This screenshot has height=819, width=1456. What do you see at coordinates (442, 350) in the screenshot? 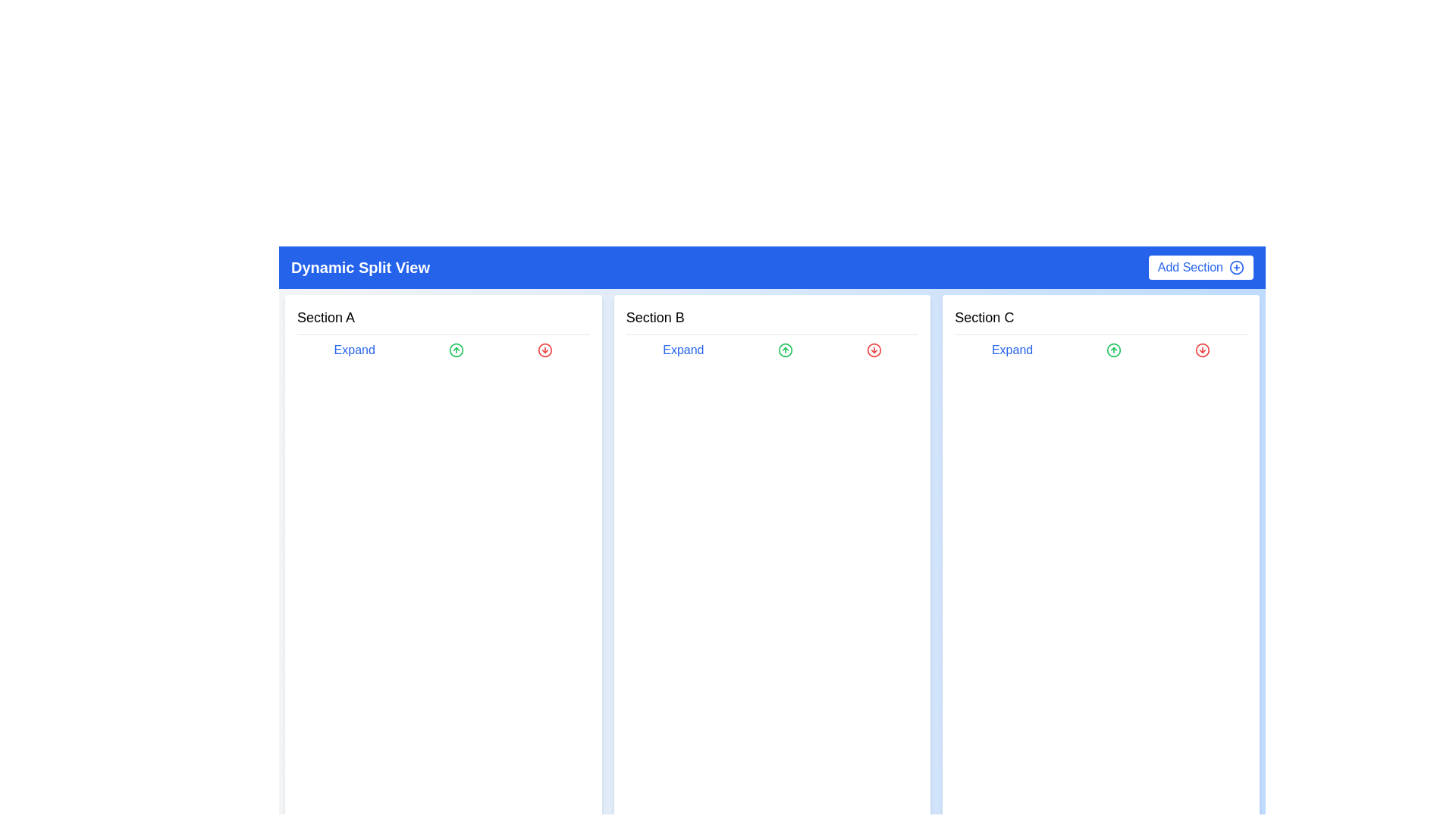
I see `the upward green arrow icon on the right side of the composite component containing interactive text and icons, located under the 'Section A' heading in the first panel of the dynamic split view interface` at bounding box center [442, 350].